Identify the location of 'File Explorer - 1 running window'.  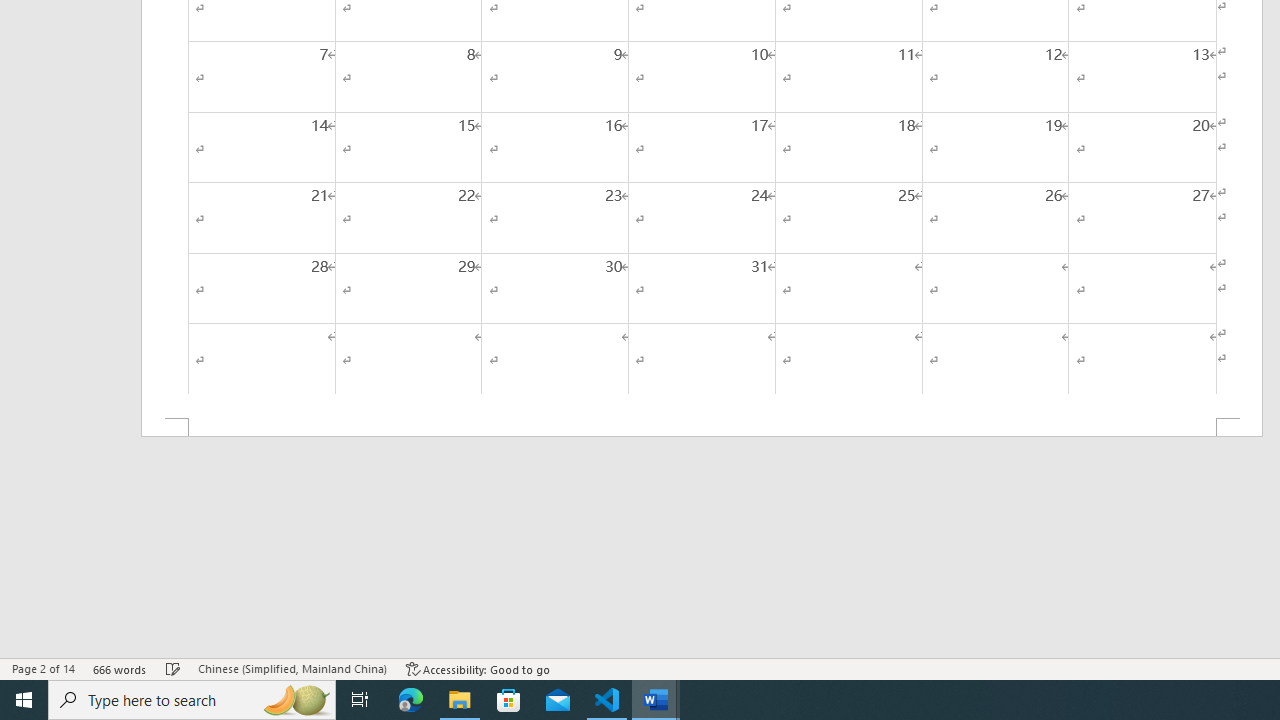
(459, 698).